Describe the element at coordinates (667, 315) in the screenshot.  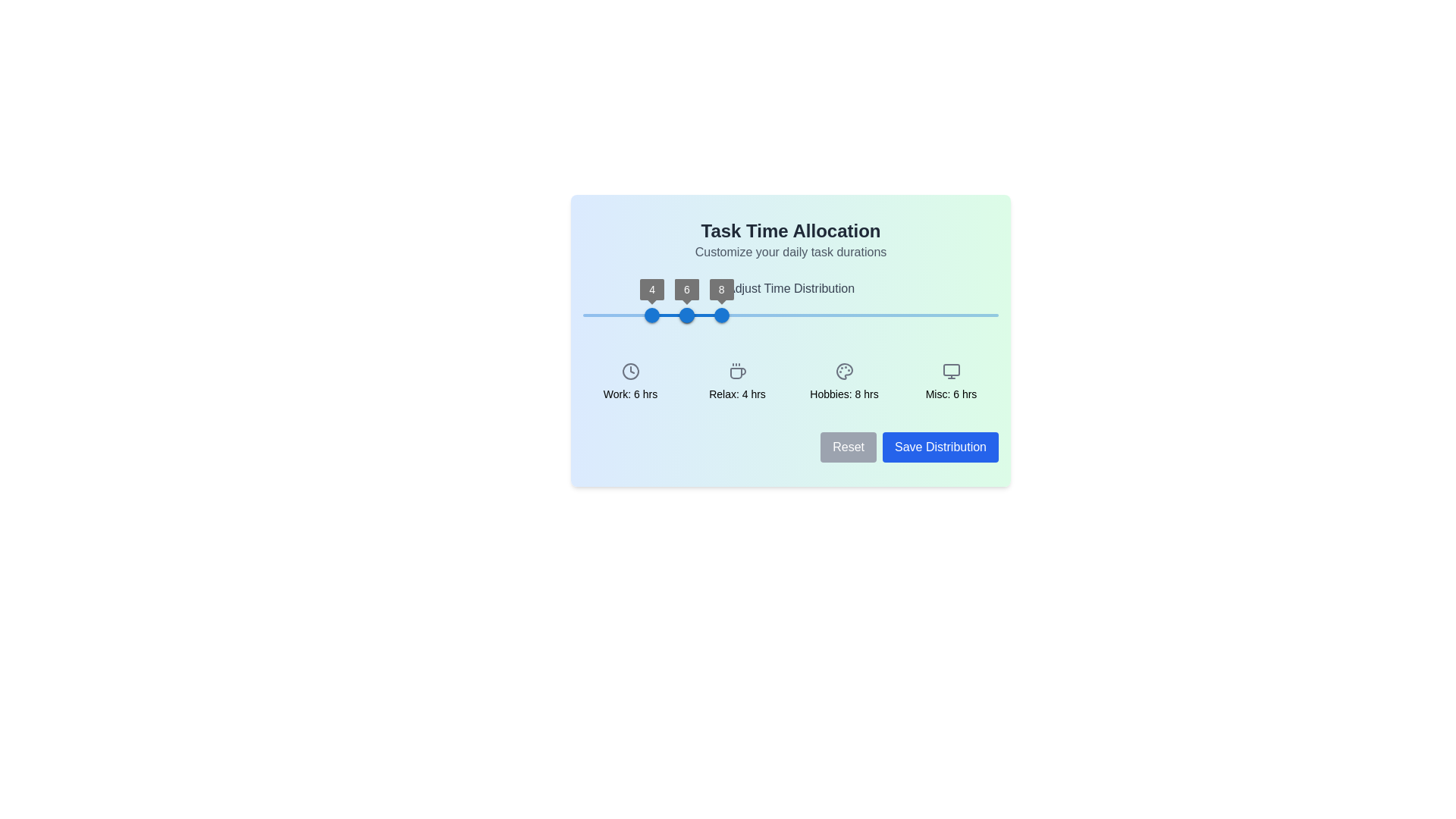
I see `the slider` at that location.